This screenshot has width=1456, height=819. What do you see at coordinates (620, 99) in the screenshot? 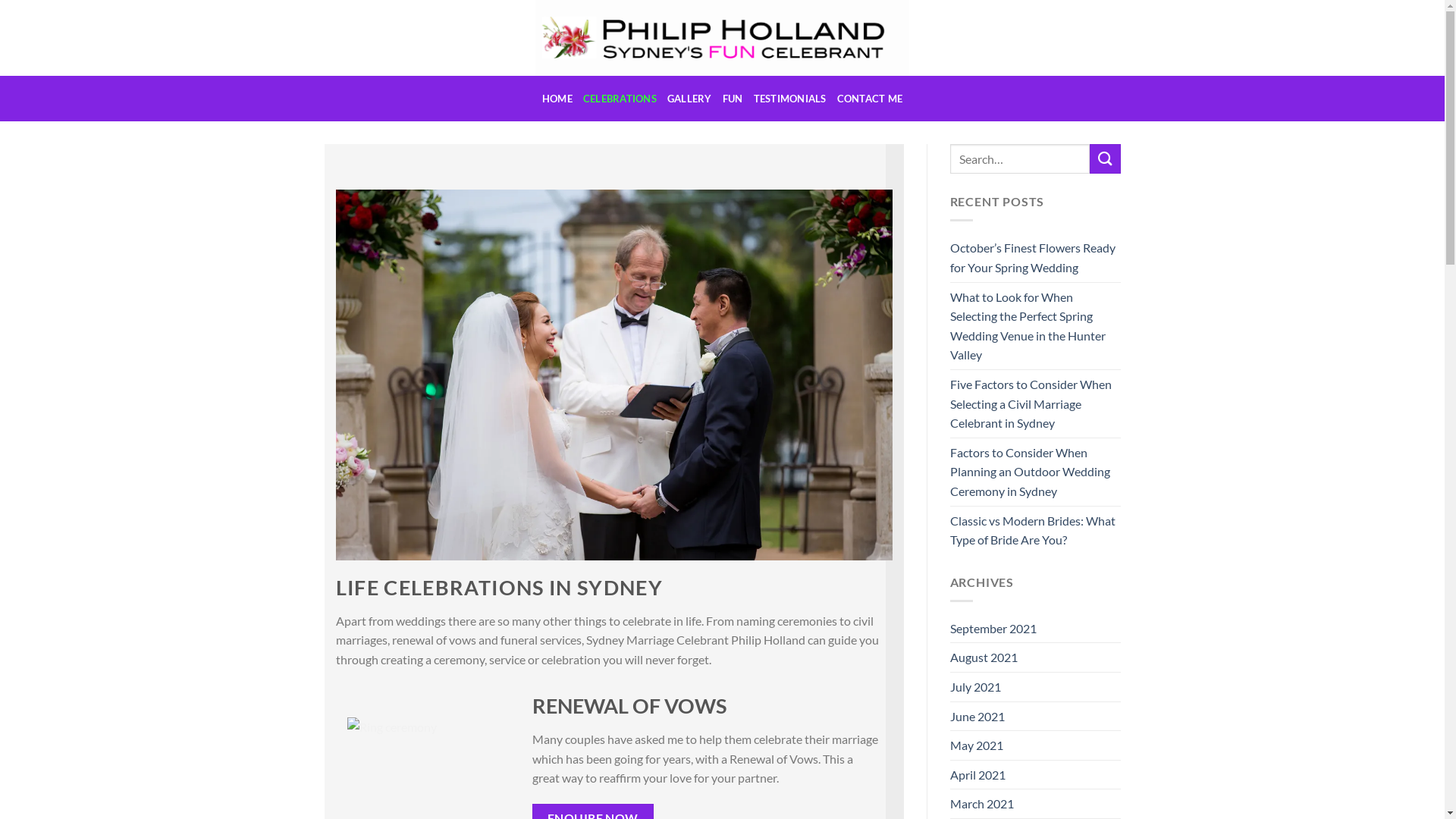
I see `'CELEBRATIONS'` at bounding box center [620, 99].